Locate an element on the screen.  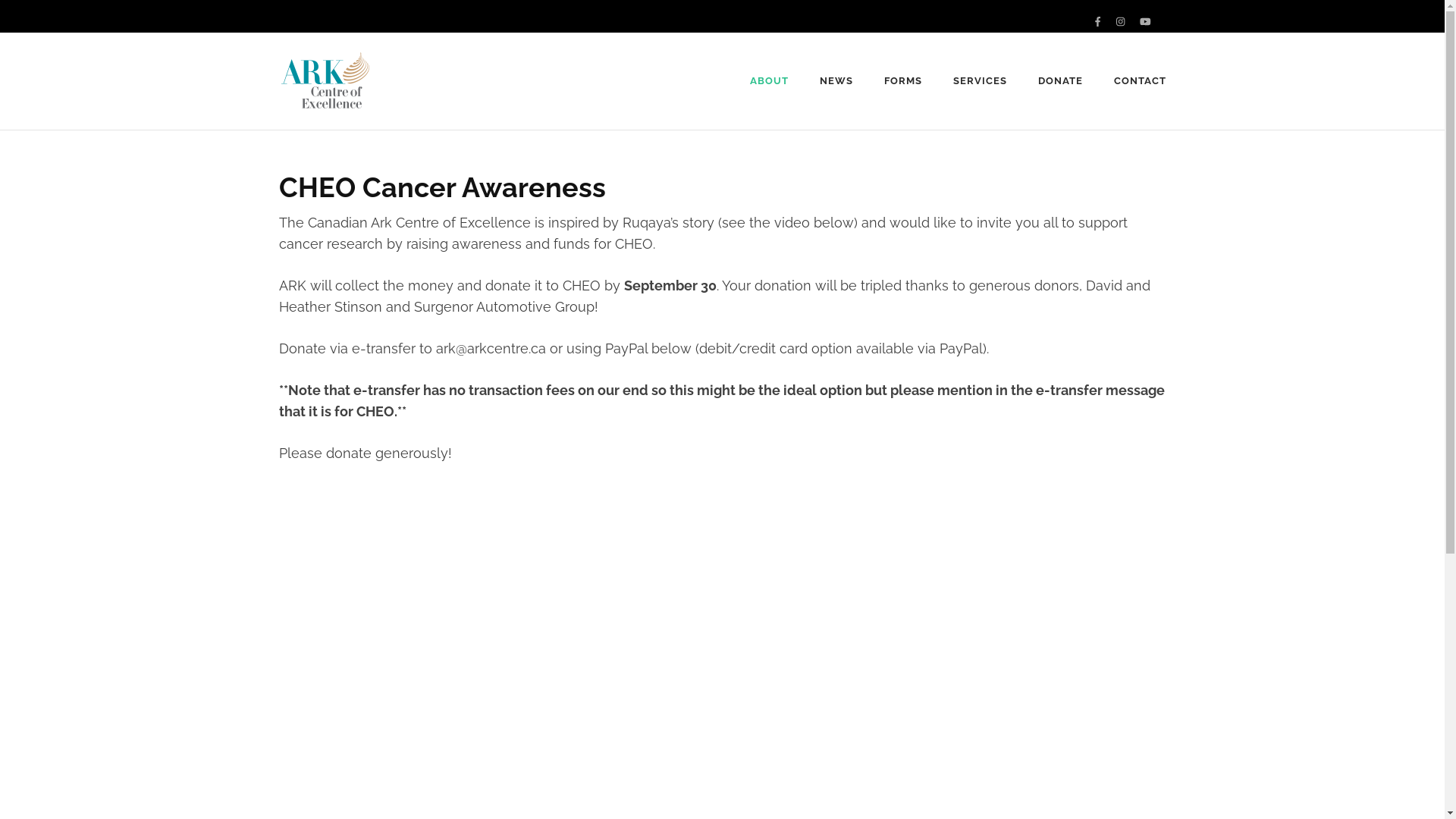
'FORMS' is located at coordinates (902, 81).